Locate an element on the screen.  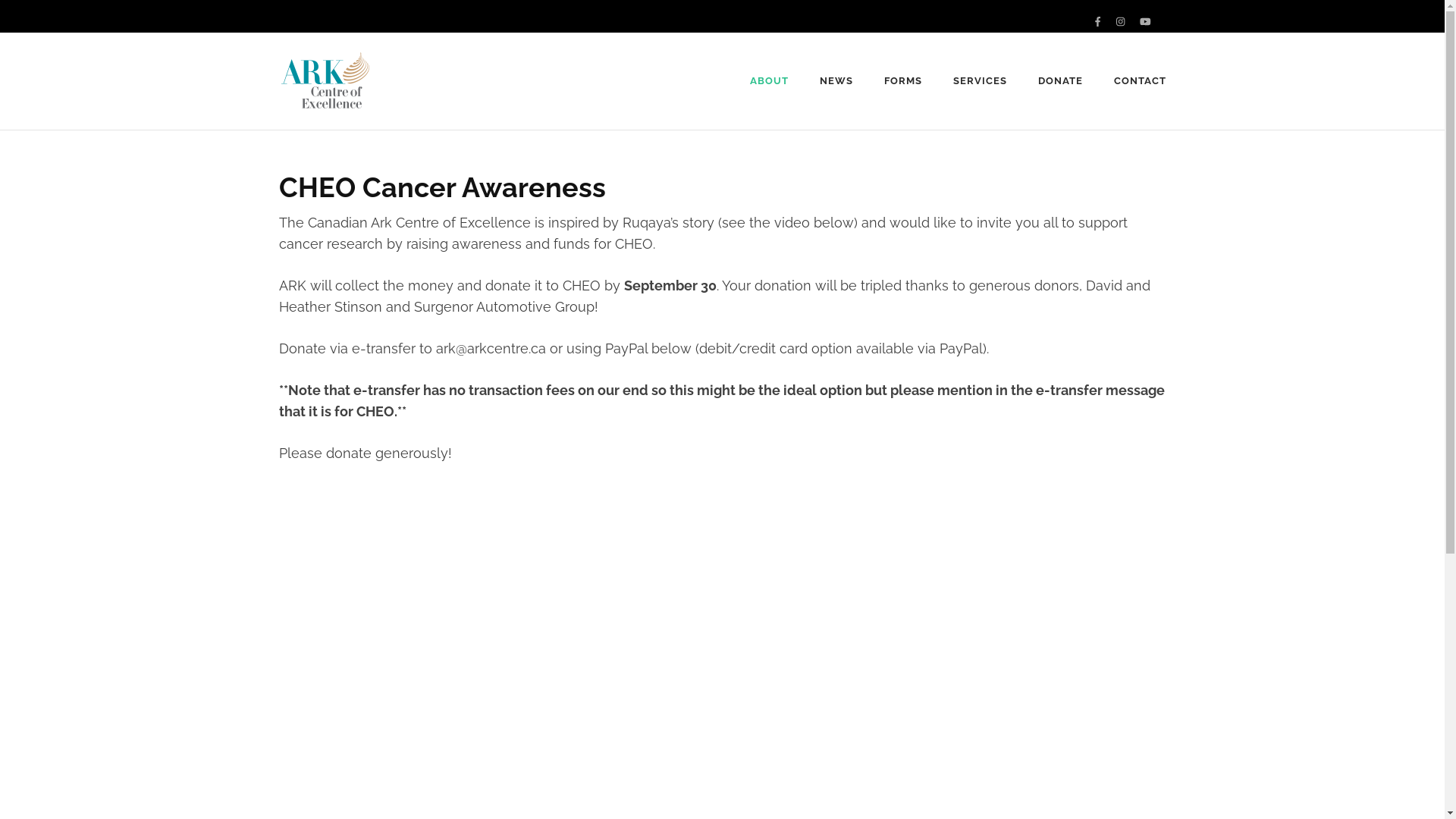
'FORMS' is located at coordinates (902, 81).